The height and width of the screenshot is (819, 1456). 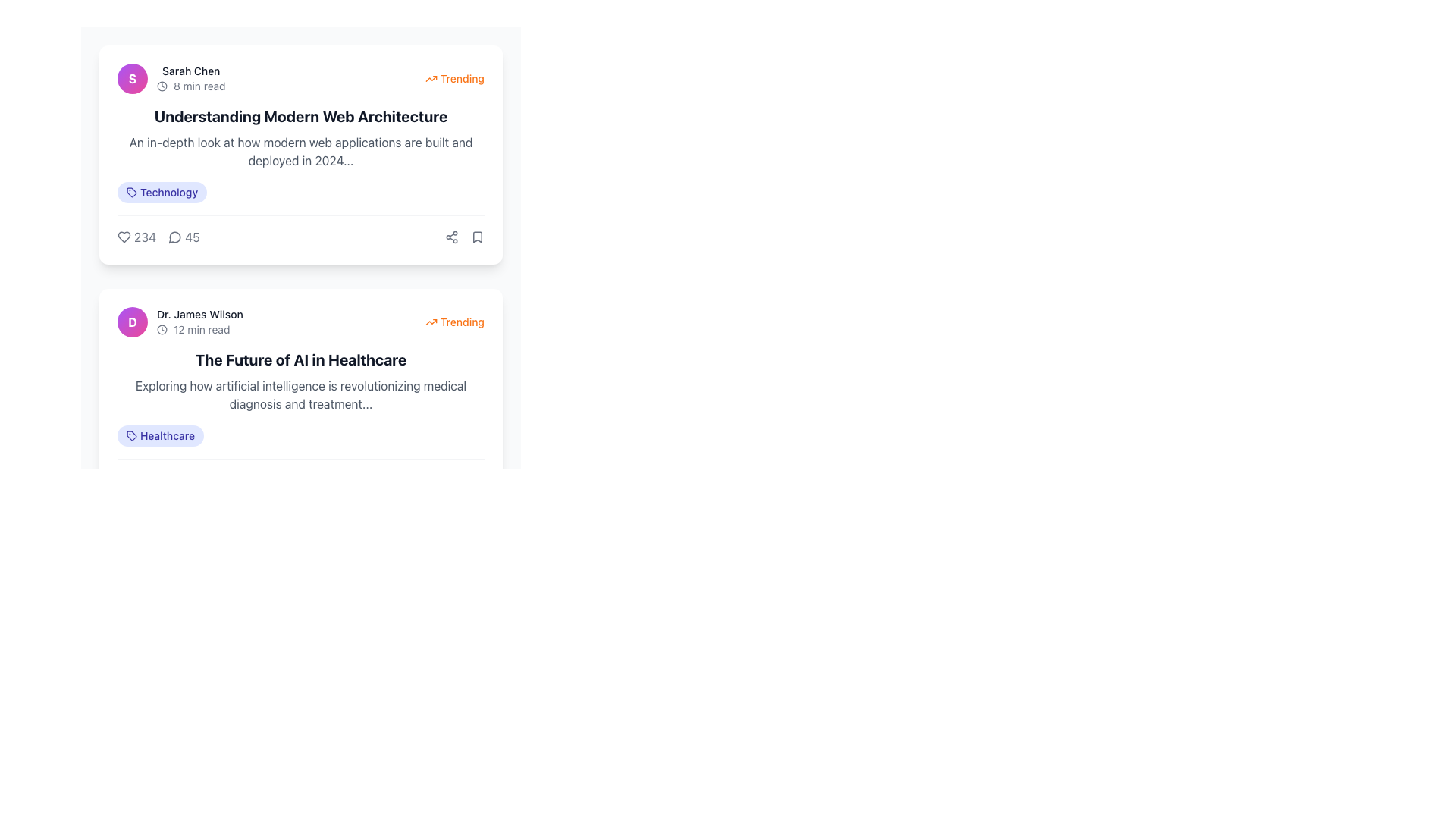 I want to click on the heart-shaped icon located at the lower portion of the article card summarizing 'Understanding Modern Web Architecture', so click(x=124, y=237).